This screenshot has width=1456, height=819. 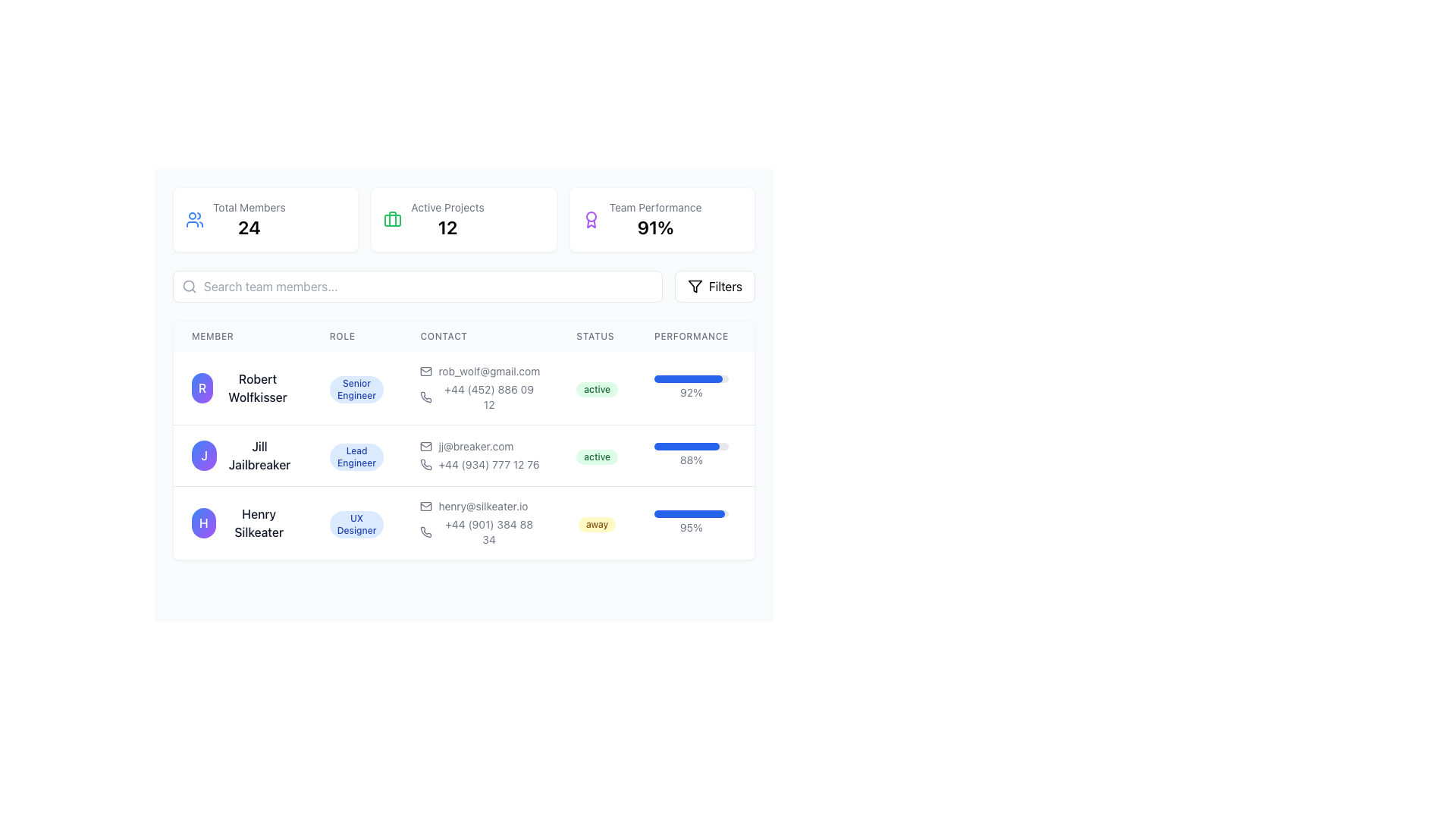 What do you see at coordinates (188, 286) in the screenshot?
I see `the center circle of the magnifying glass icon, which represents search functionality, located inside the search input field at the top-left corner of the interface` at bounding box center [188, 286].